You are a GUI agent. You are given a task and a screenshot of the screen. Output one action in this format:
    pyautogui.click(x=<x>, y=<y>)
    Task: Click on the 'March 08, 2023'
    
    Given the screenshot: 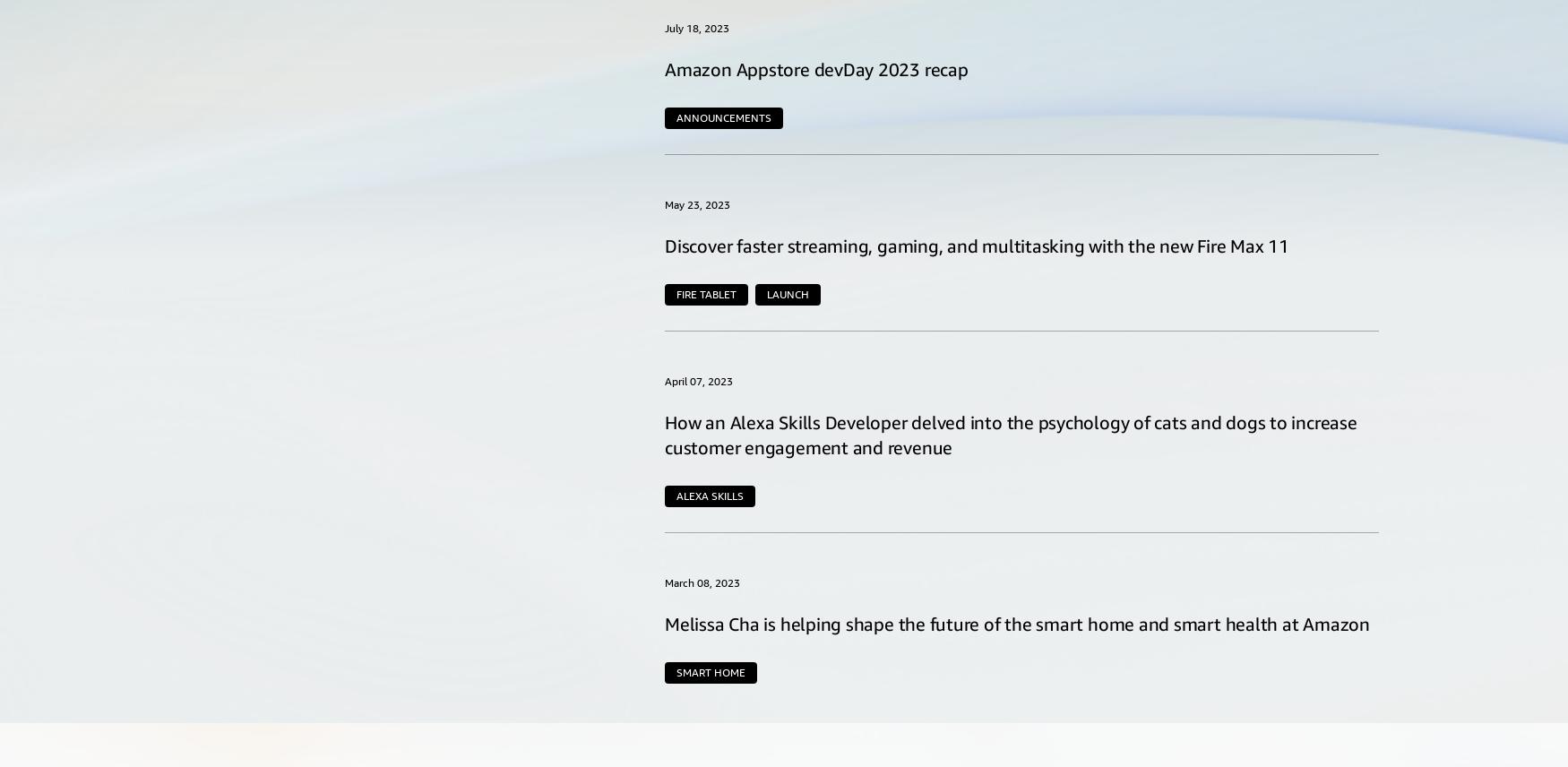 What is the action you would take?
    pyautogui.click(x=702, y=582)
    